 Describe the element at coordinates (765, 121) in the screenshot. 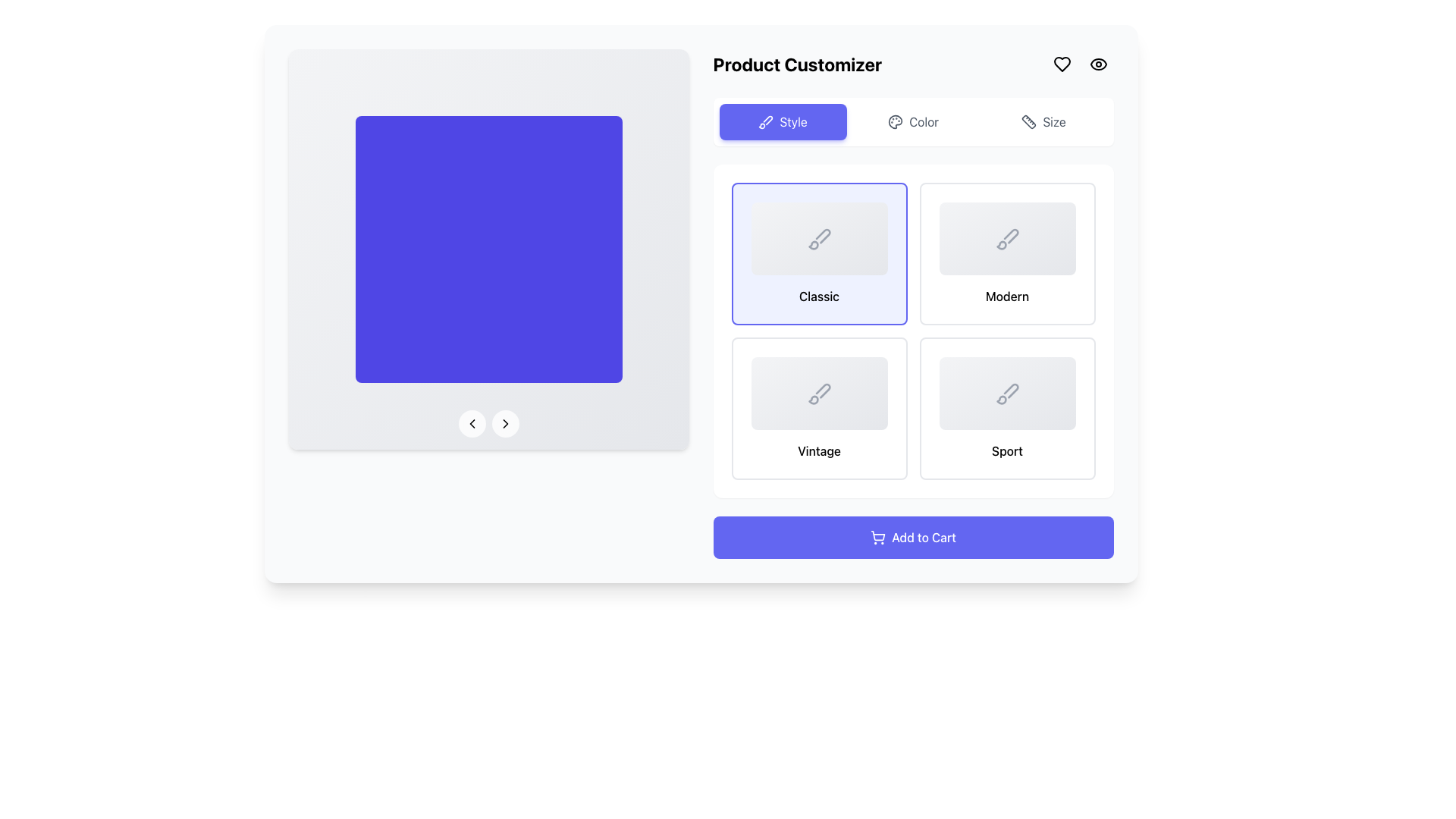

I see `the 'Style' button which contains the icon representing the 'Style' feature of the application, located in the top-central part of the interface's control section` at that location.